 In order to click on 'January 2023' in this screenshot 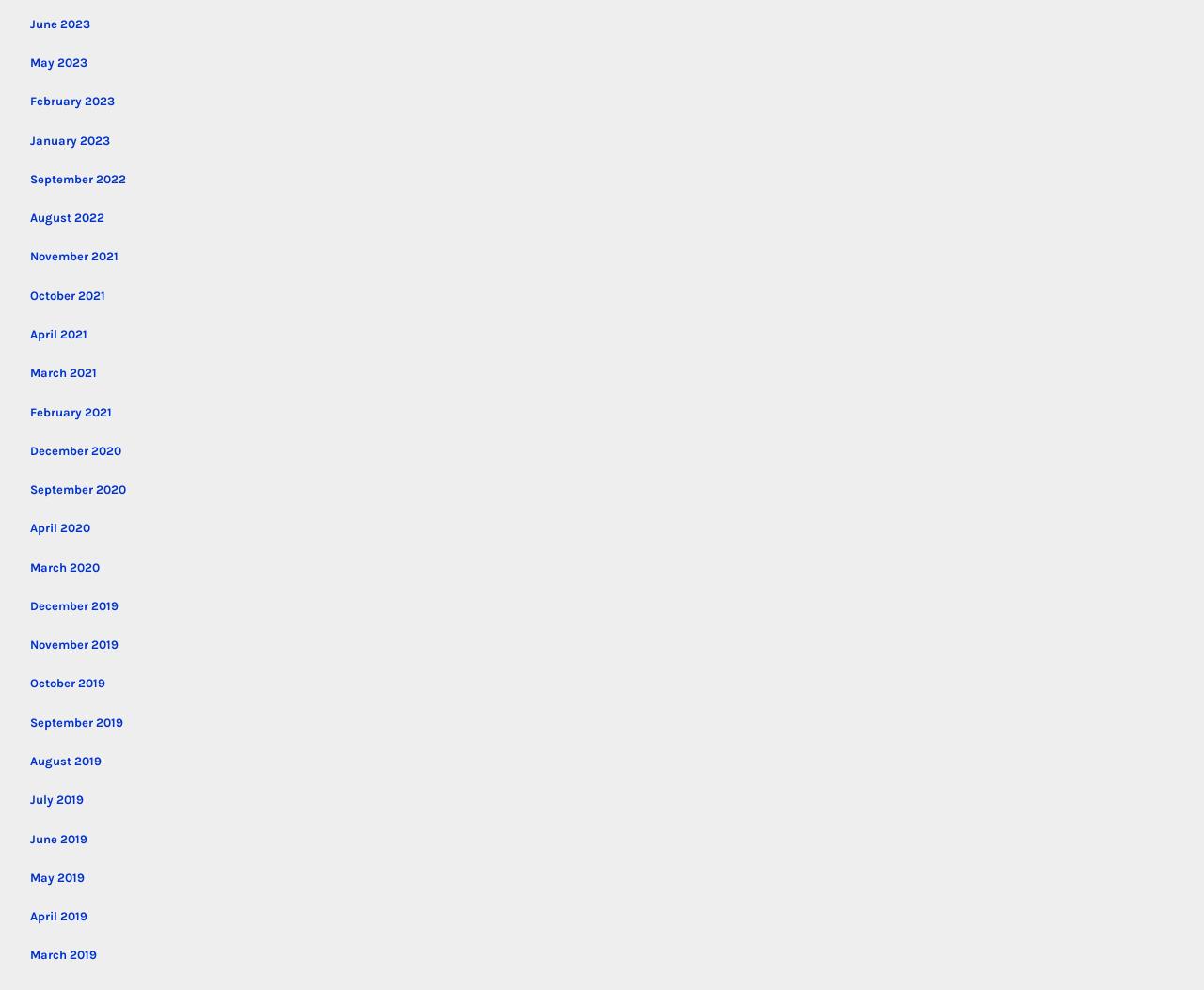, I will do `click(30, 138)`.